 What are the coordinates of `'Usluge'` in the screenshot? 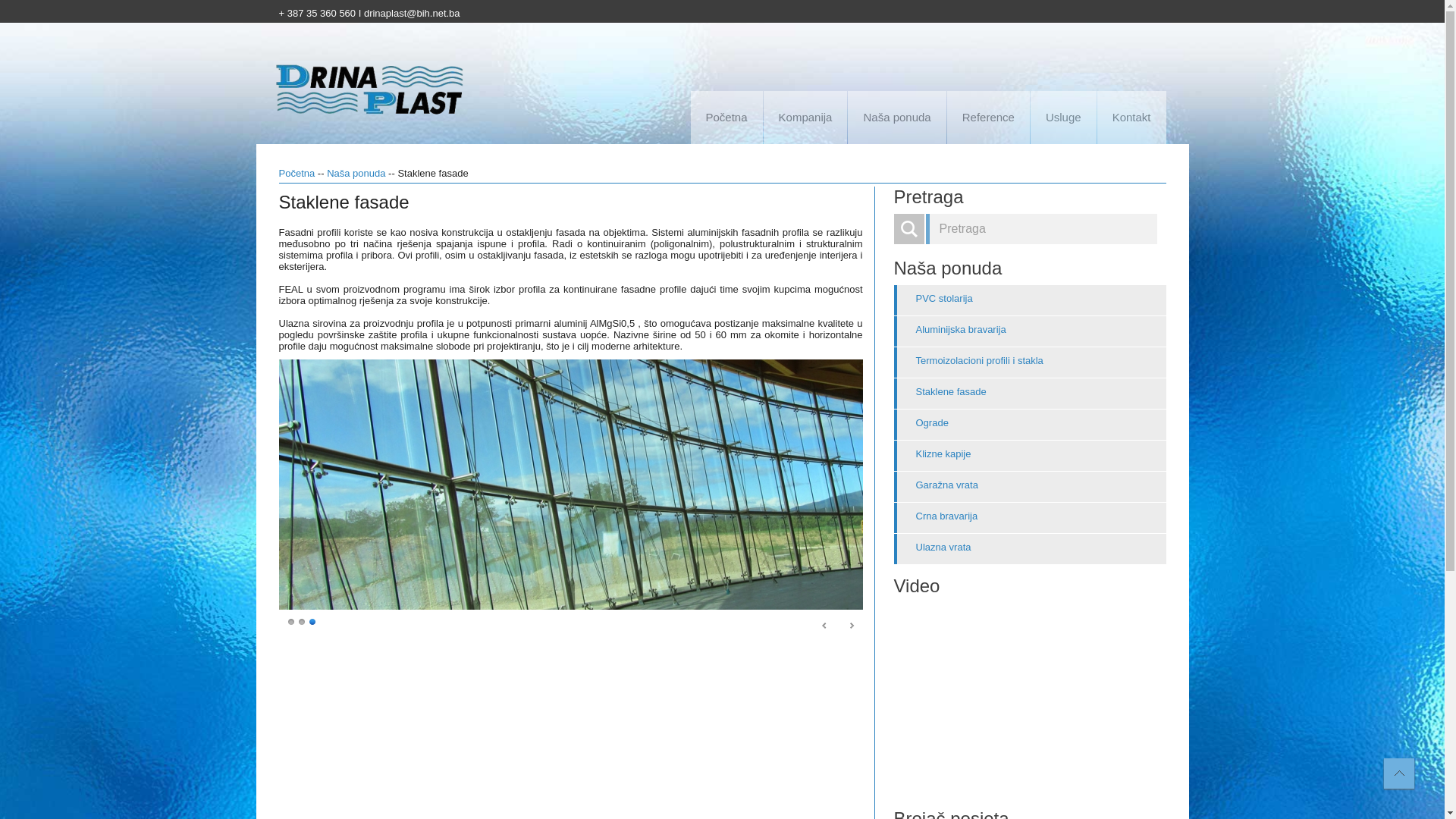 It's located at (1062, 116).